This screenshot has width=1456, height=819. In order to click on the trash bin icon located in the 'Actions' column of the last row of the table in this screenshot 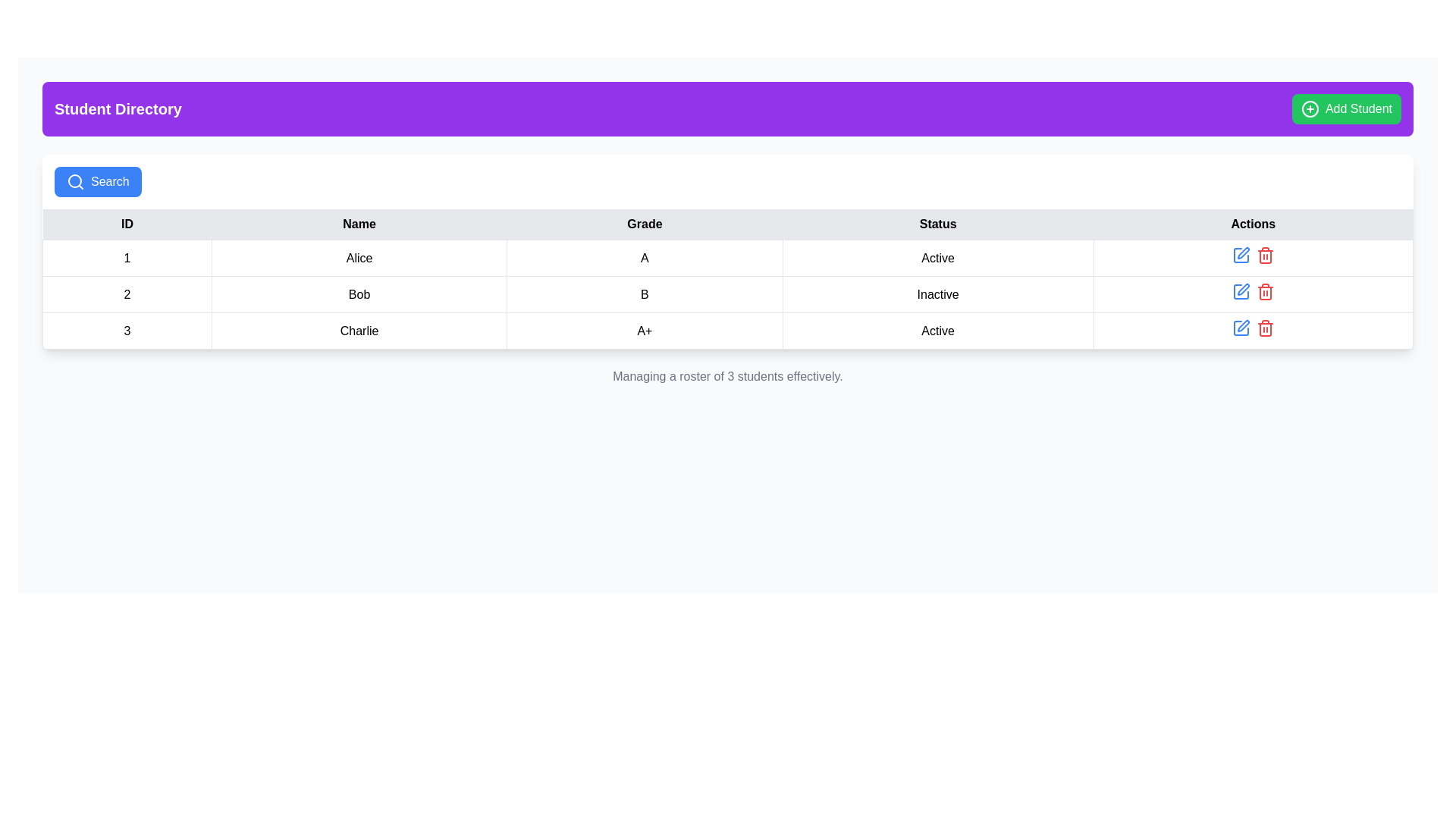, I will do `click(1265, 327)`.